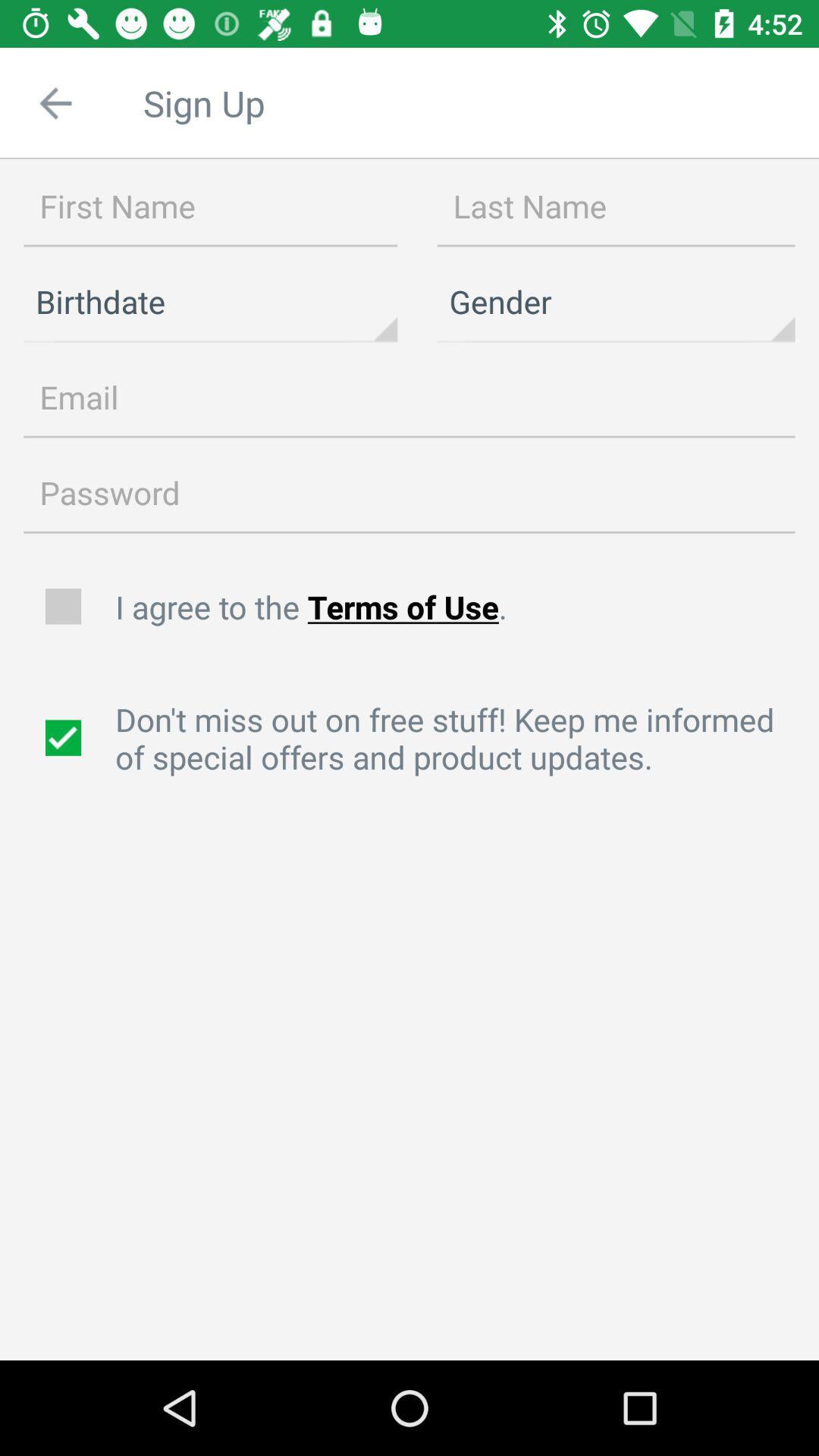 The width and height of the screenshot is (819, 1456). I want to click on agree to terms of use, so click(64, 607).